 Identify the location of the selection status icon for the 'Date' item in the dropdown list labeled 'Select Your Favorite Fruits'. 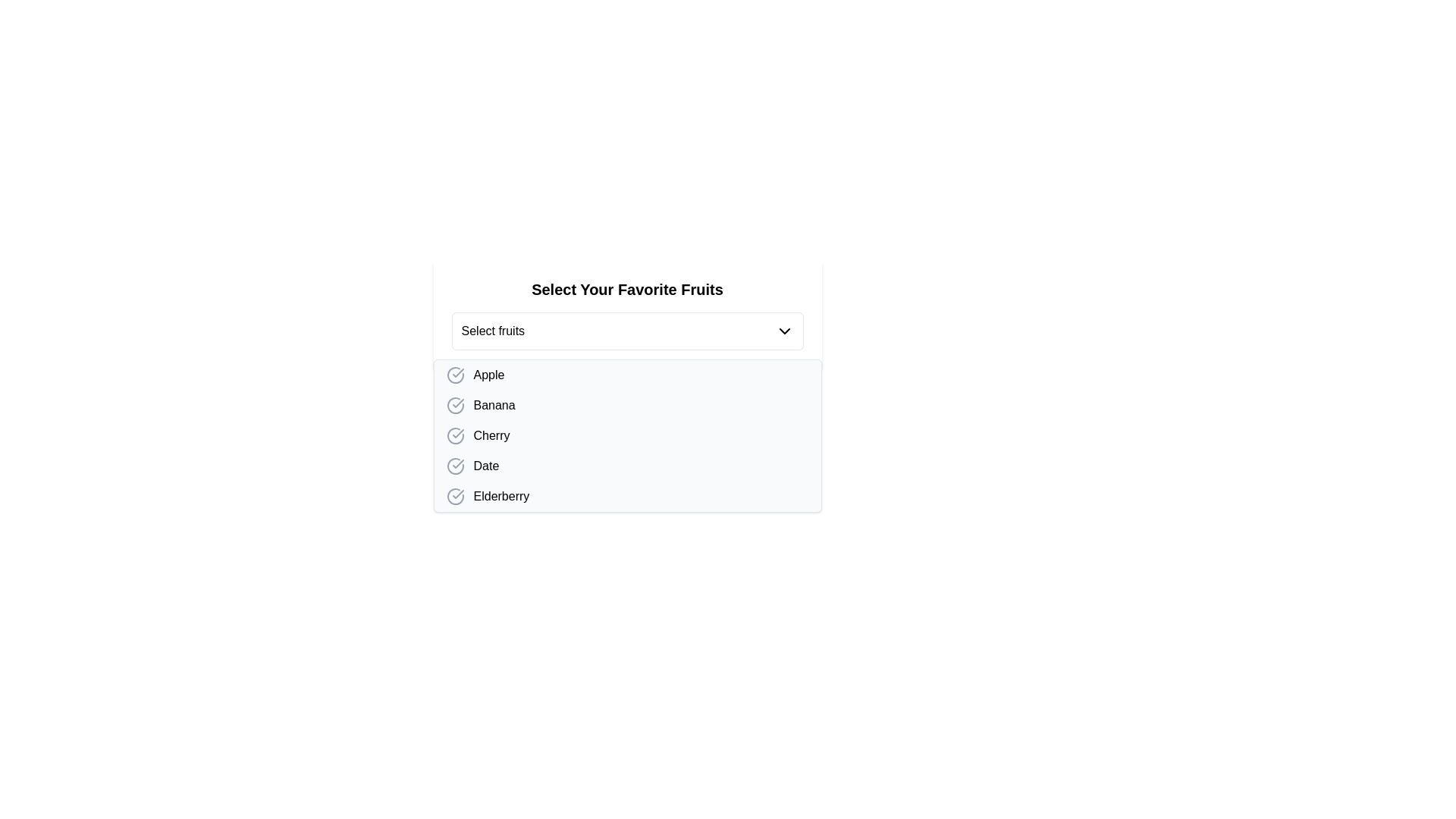
(454, 465).